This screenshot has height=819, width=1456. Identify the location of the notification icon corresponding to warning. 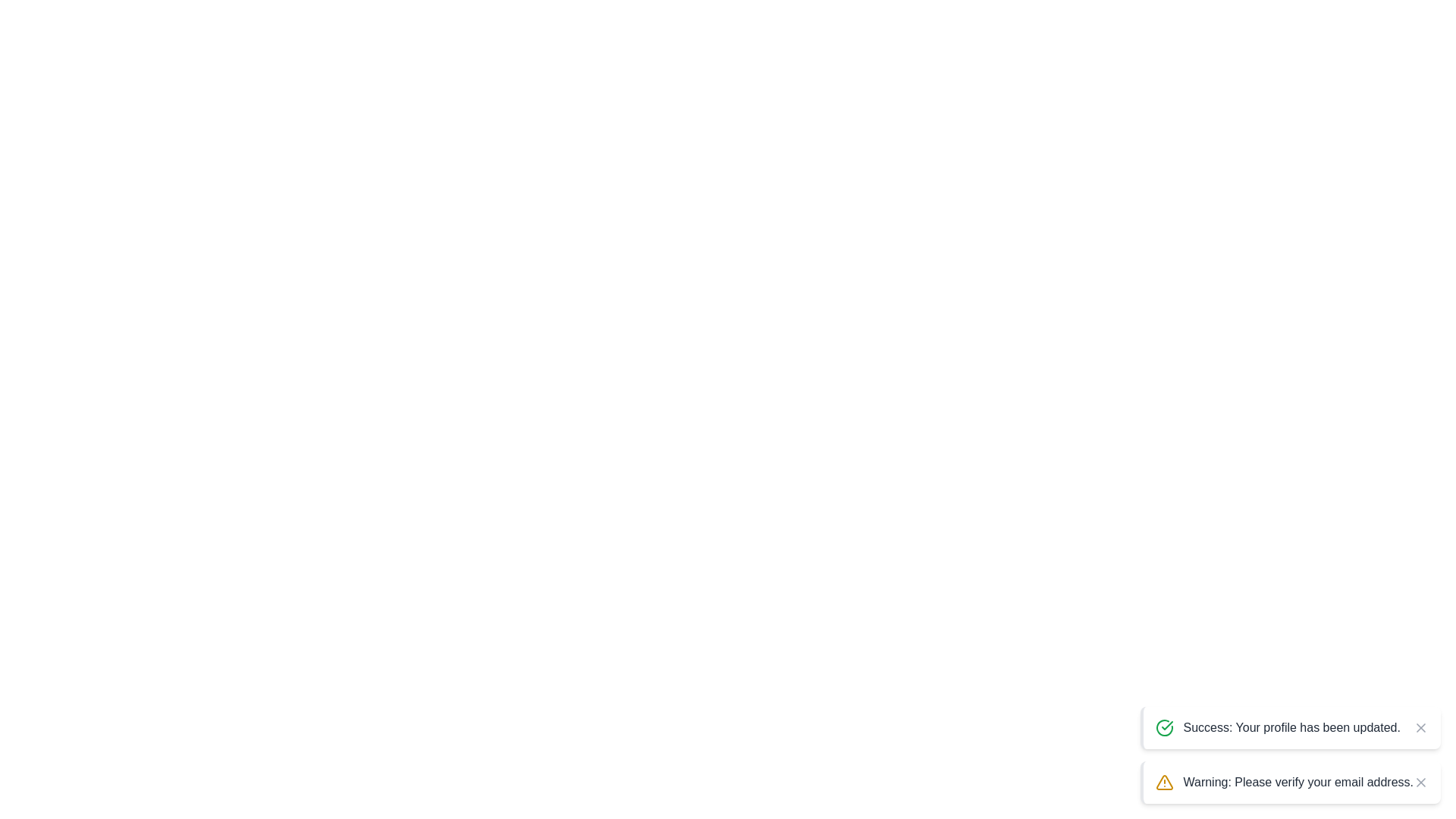
(1164, 783).